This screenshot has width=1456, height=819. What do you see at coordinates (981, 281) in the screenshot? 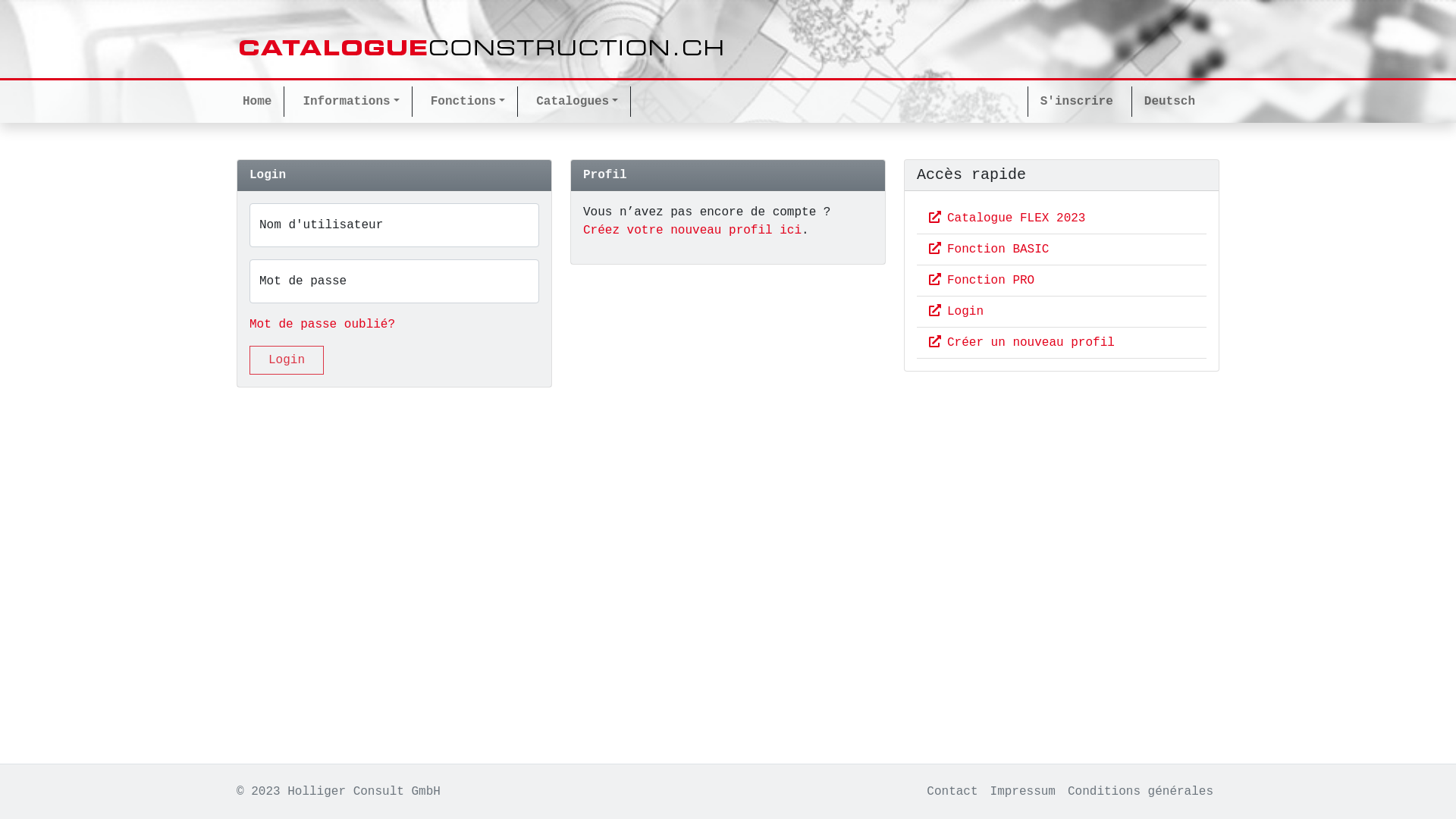
I see `'Fonction PRO'` at bounding box center [981, 281].